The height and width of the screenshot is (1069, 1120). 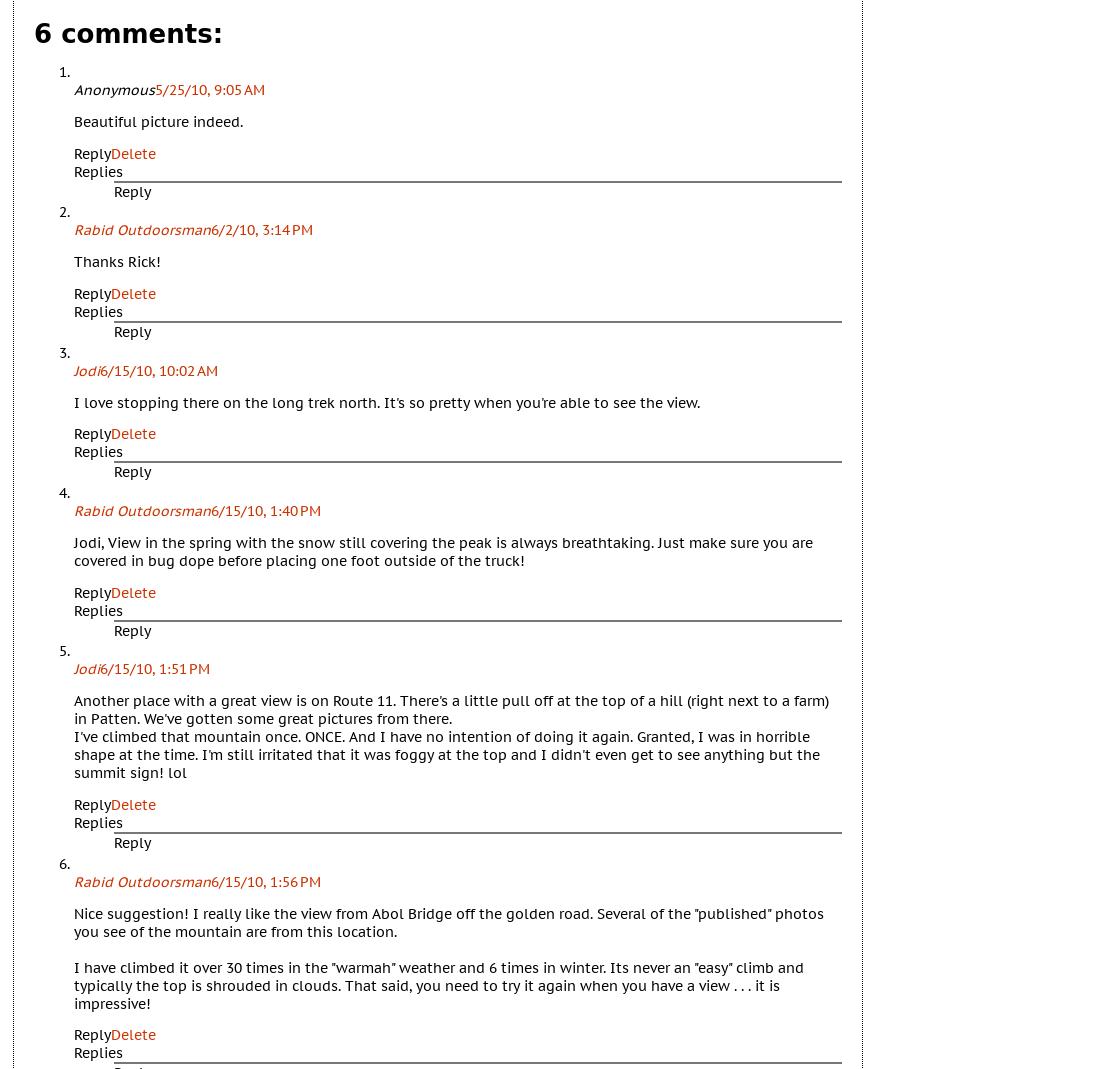 I want to click on 'Another place with a great view is on Route 11.  There's a little pull off at the top of a hill (right next to a farm) in Patten.  We've gotten some great pictures from there.', so click(x=451, y=709).